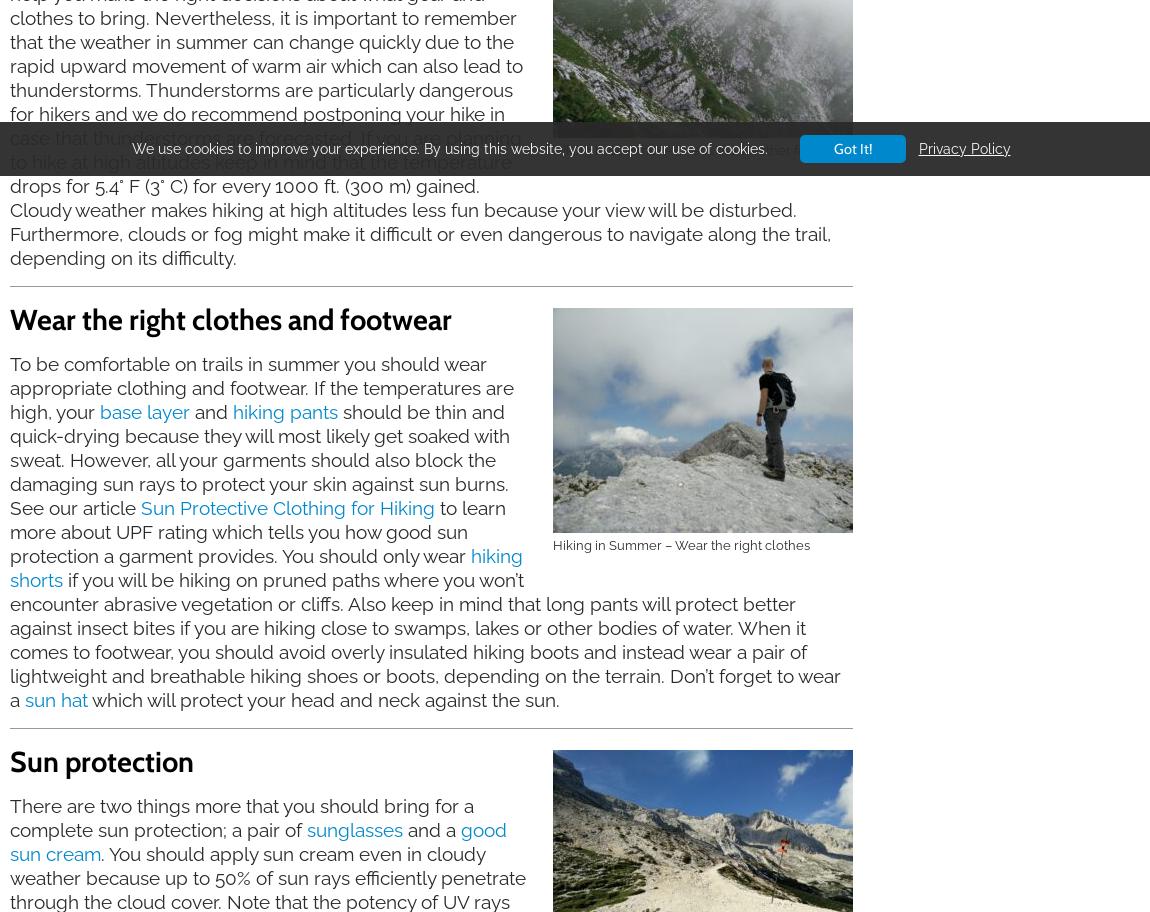 Image resolution: width=1150 pixels, height=912 pixels. I want to click on 'hiking pants', so click(284, 411).